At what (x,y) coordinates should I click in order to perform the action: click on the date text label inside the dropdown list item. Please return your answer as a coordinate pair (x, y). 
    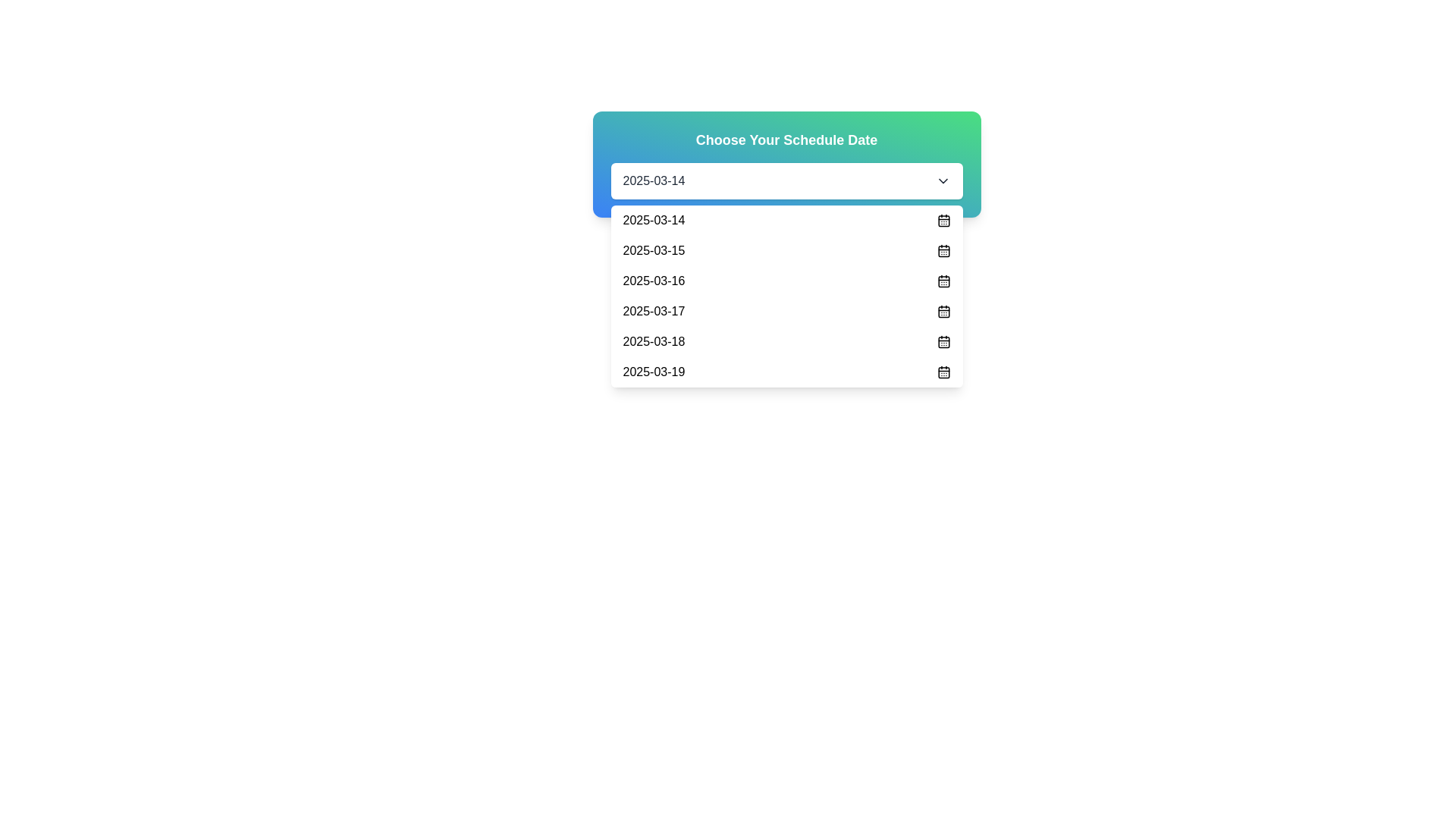
    Looking at the image, I should click on (654, 220).